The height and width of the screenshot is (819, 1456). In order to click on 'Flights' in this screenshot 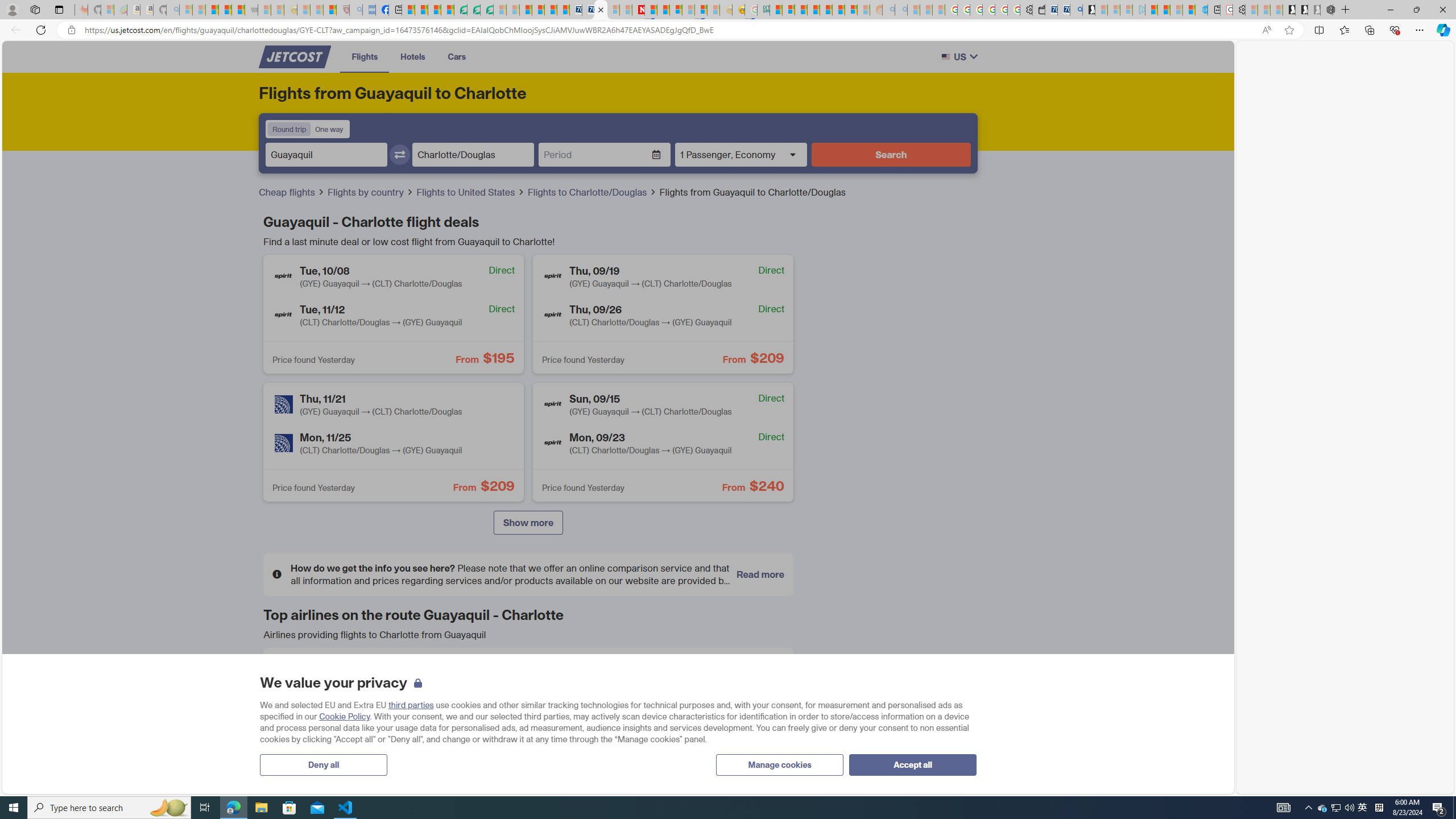, I will do `click(365, 56)`.